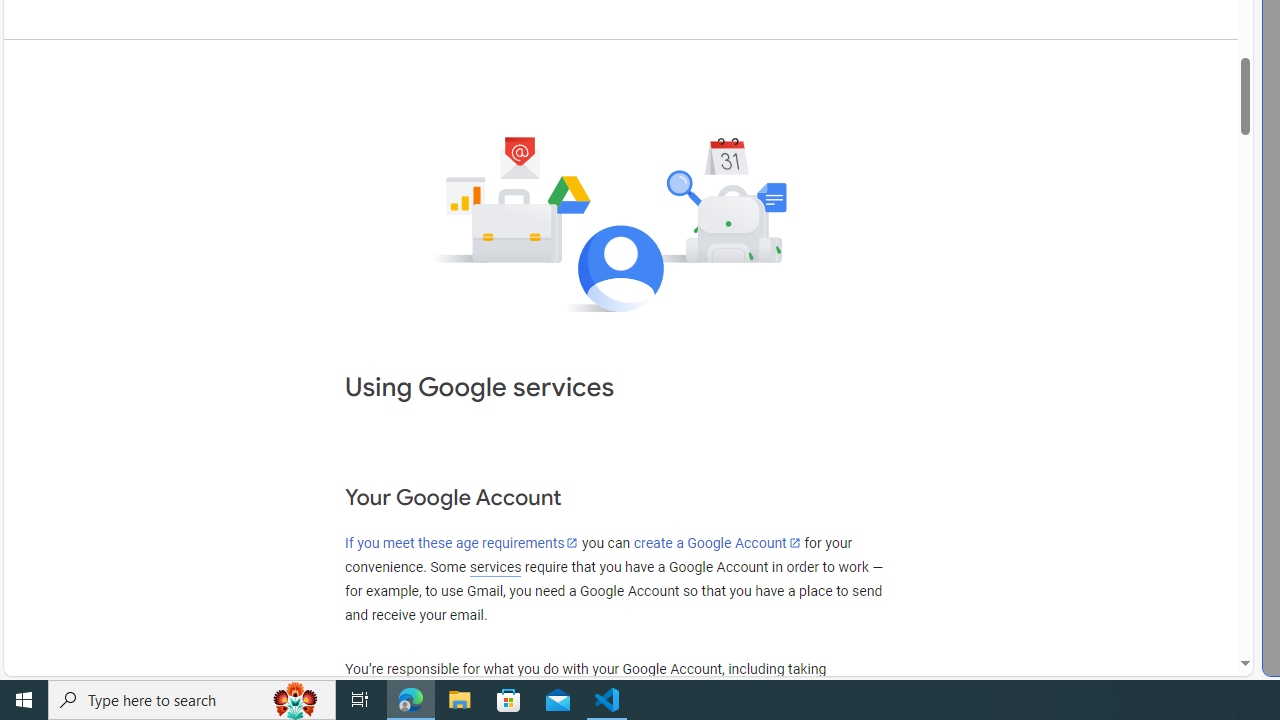 This screenshot has width=1280, height=720. I want to click on 'Task View', so click(359, 698).